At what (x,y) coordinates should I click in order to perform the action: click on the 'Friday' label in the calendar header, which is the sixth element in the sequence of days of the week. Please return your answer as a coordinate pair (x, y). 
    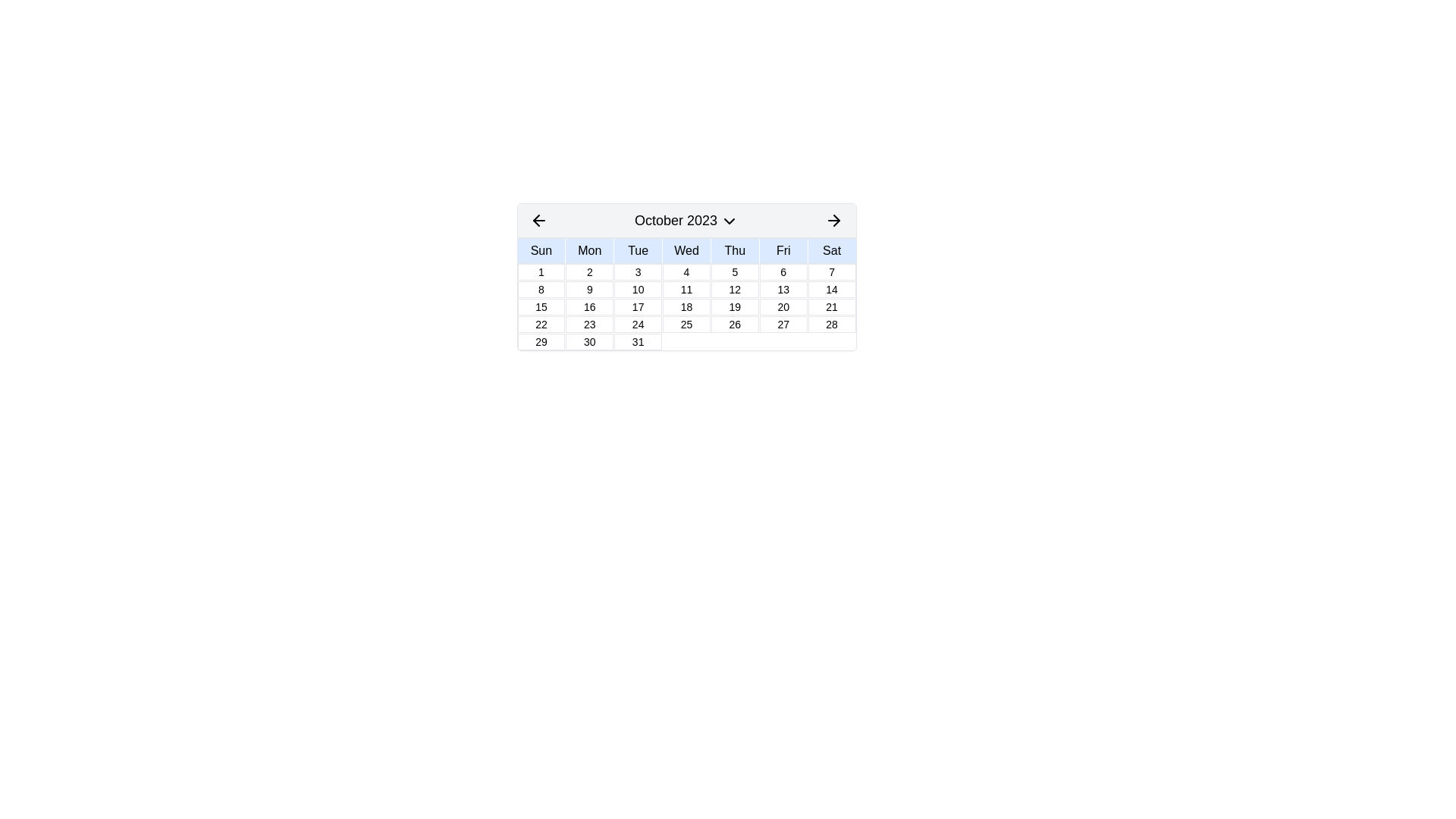
    Looking at the image, I should click on (783, 250).